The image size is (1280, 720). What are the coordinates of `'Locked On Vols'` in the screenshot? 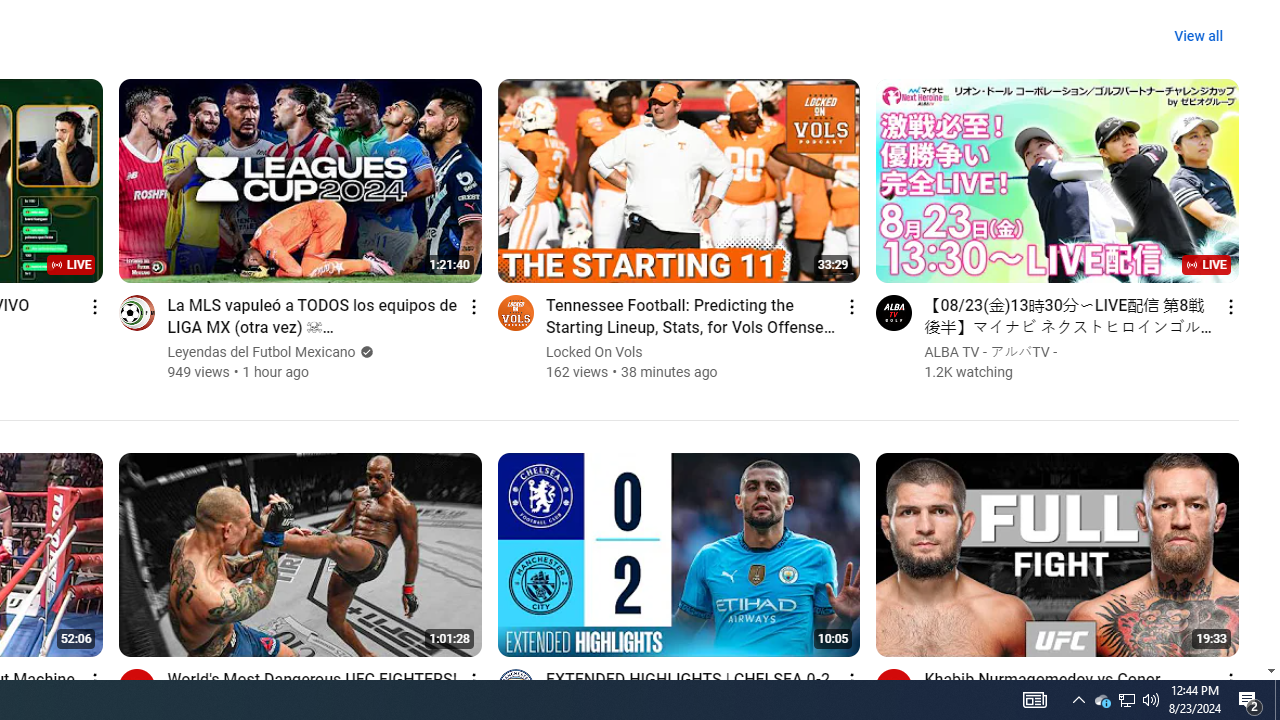 It's located at (593, 351).